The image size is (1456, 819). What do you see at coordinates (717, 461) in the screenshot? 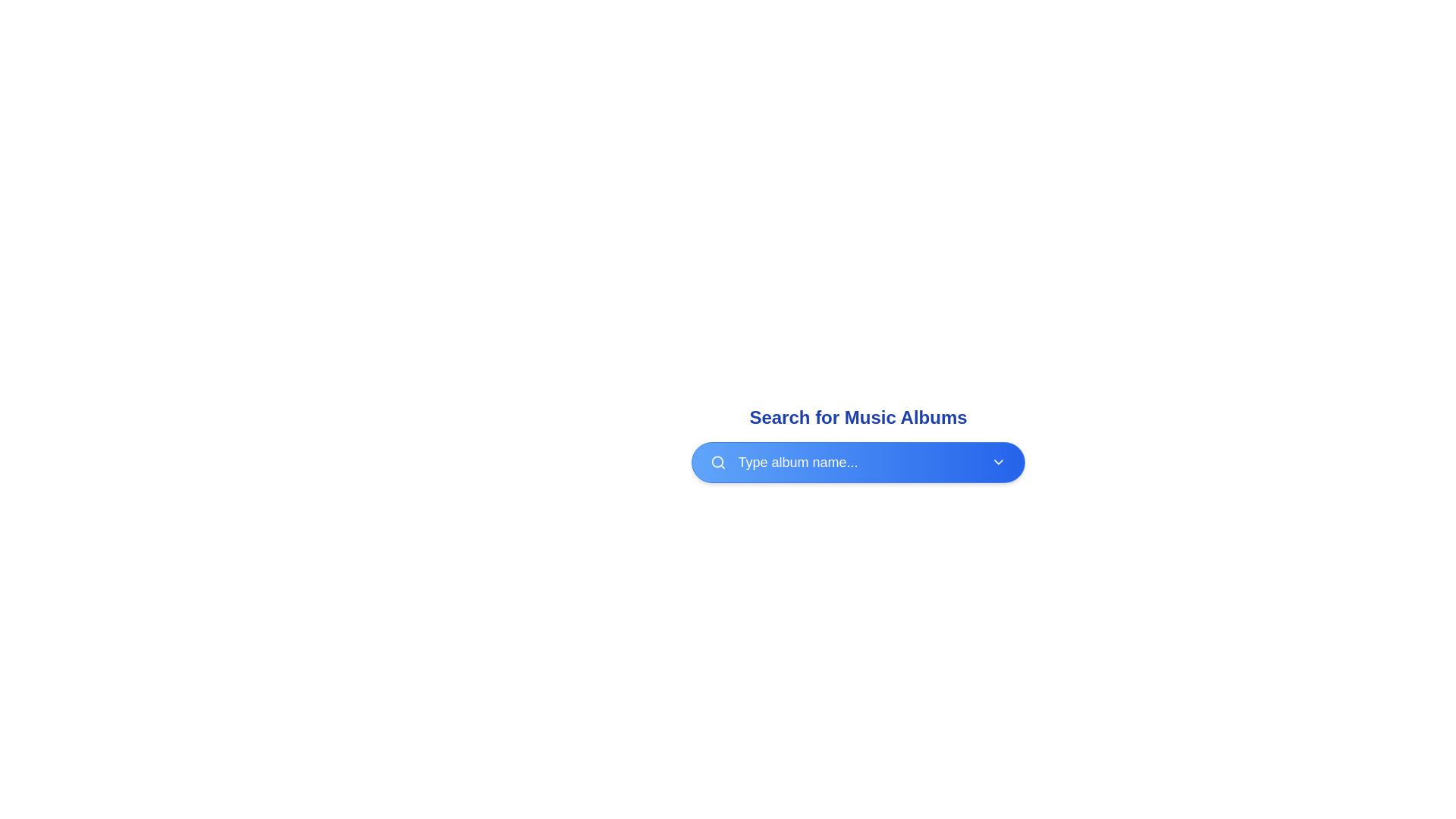
I see `the first SVG circle representing the lens of the search icon` at bounding box center [717, 461].